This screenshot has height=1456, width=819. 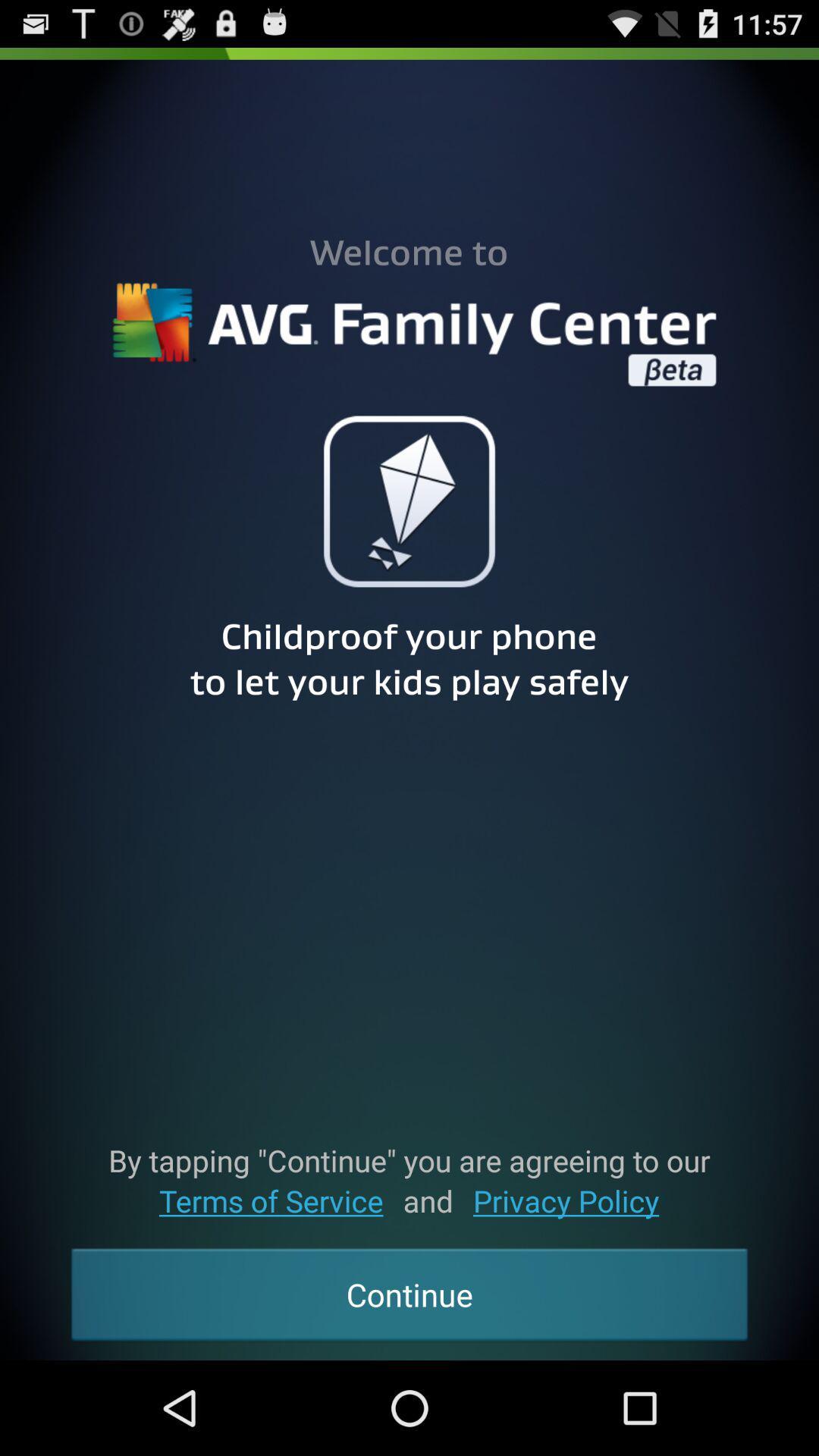 What do you see at coordinates (566, 1200) in the screenshot?
I see `the app next to and` at bounding box center [566, 1200].